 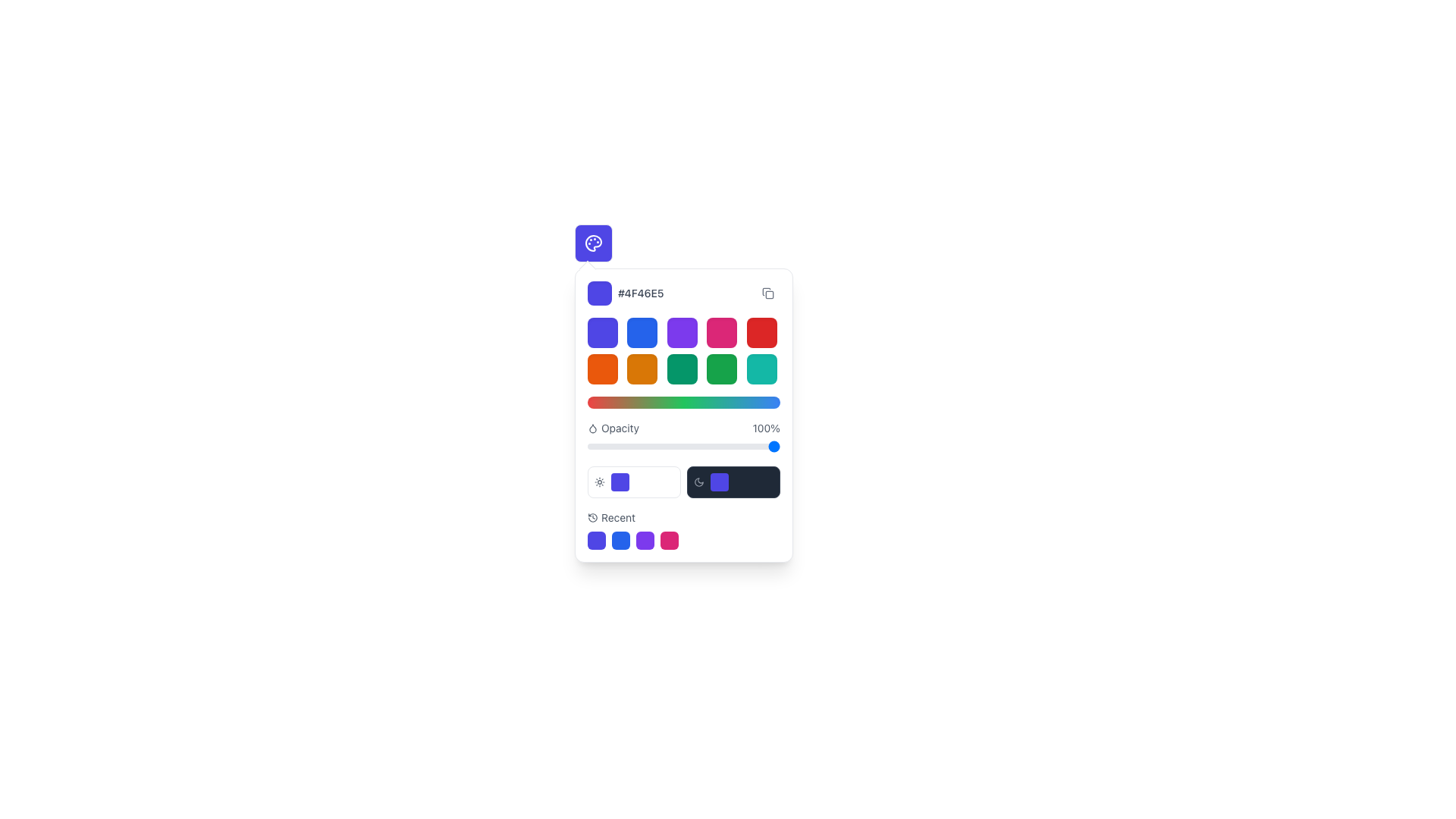 I want to click on the upper-leftmost button in the color palette selection tool grid, so click(x=602, y=332).